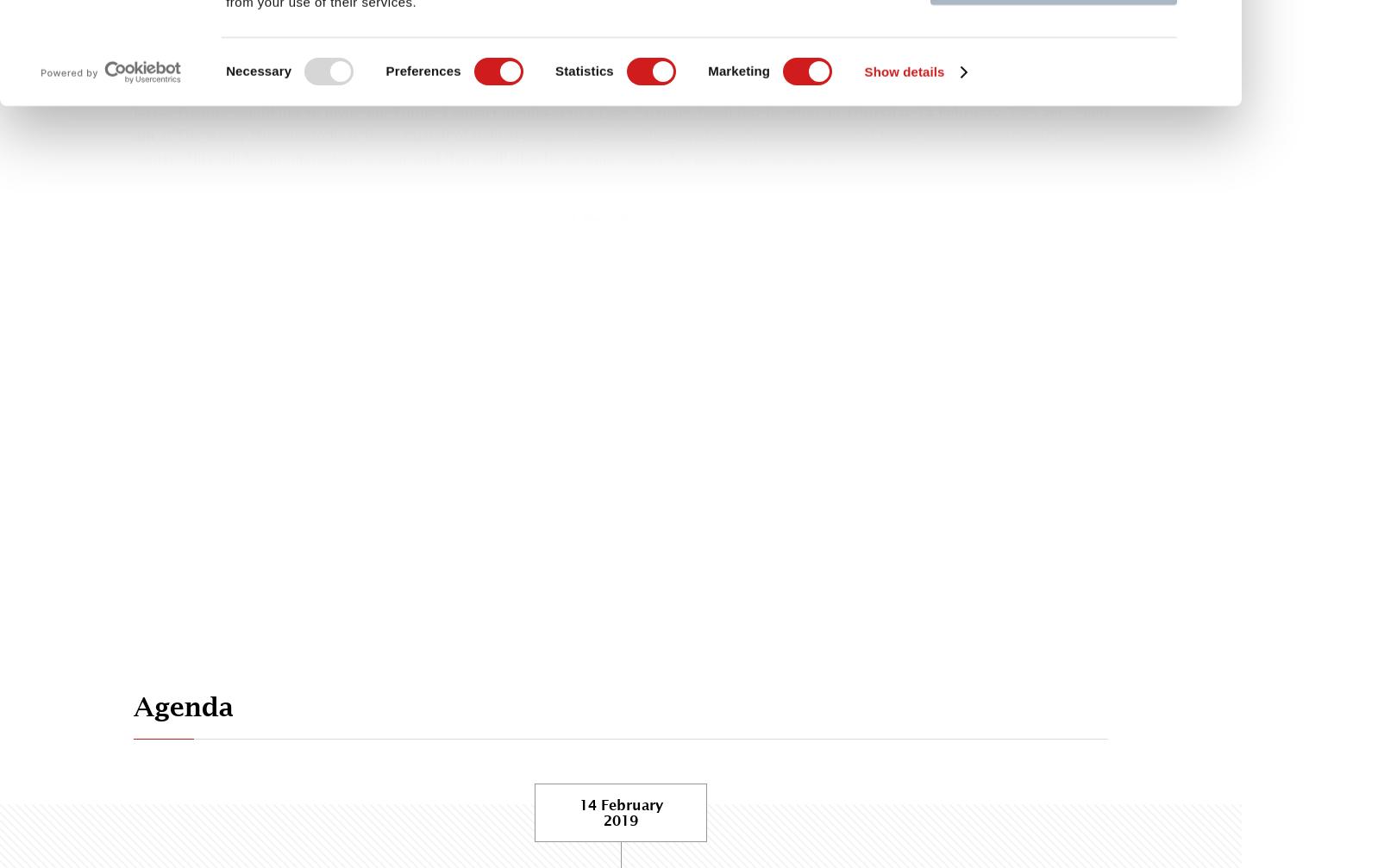 The image size is (1384, 868). What do you see at coordinates (591, 218) in the screenshot?
I see `'Yes'` at bounding box center [591, 218].